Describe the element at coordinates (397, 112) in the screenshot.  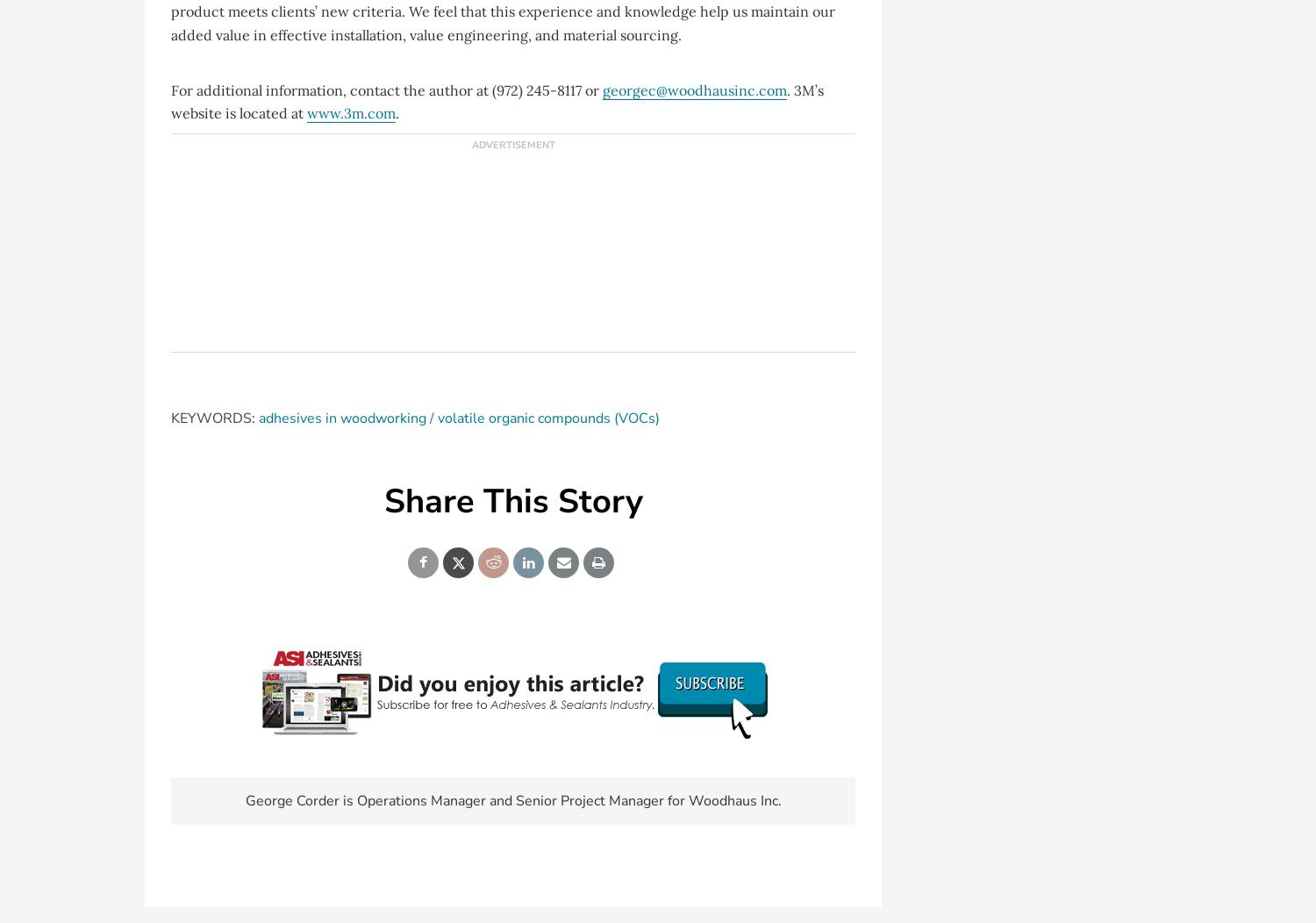
I see `'.'` at that location.